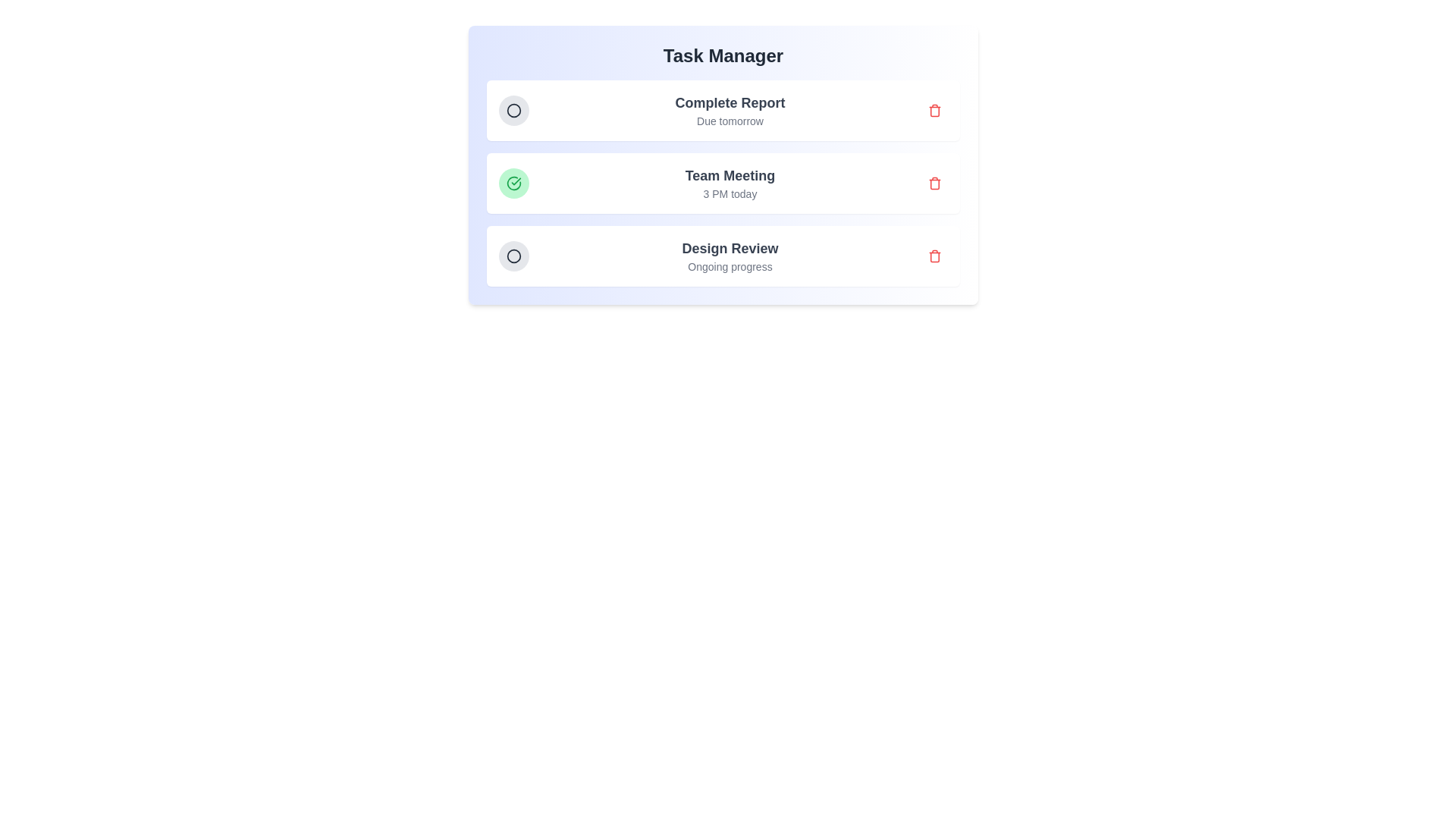  What do you see at coordinates (513, 183) in the screenshot?
I see `the circular green button with a white checkmark to indicate completion, located to the left of the 'Team Meeting' text in the second row of the task manager interface` at bounding box center [513, 183].